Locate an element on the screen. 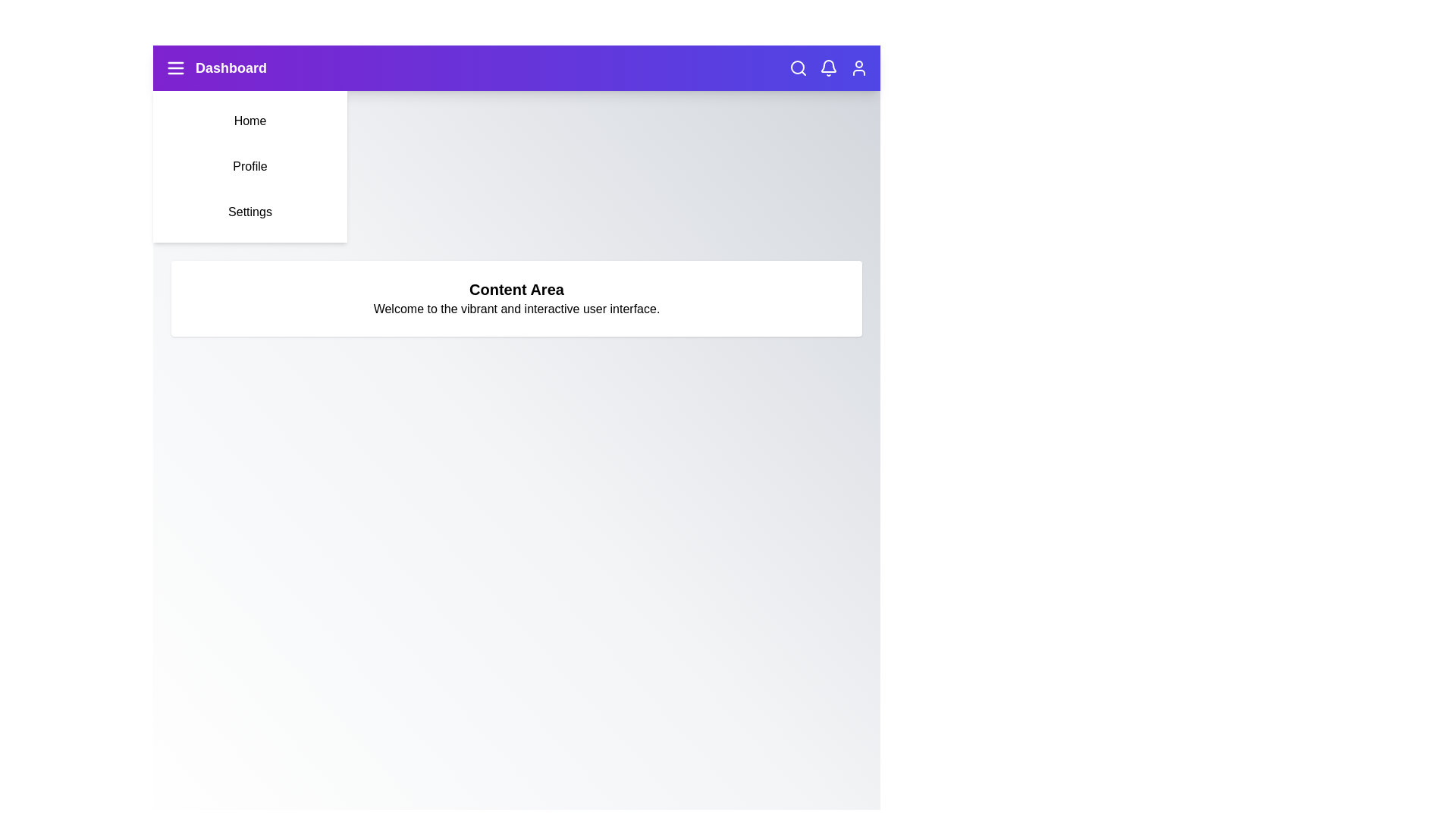 This screenshot has width=1456, height=819. the navigation option Profile in the navigation bar is located at coordinates (250, 166).